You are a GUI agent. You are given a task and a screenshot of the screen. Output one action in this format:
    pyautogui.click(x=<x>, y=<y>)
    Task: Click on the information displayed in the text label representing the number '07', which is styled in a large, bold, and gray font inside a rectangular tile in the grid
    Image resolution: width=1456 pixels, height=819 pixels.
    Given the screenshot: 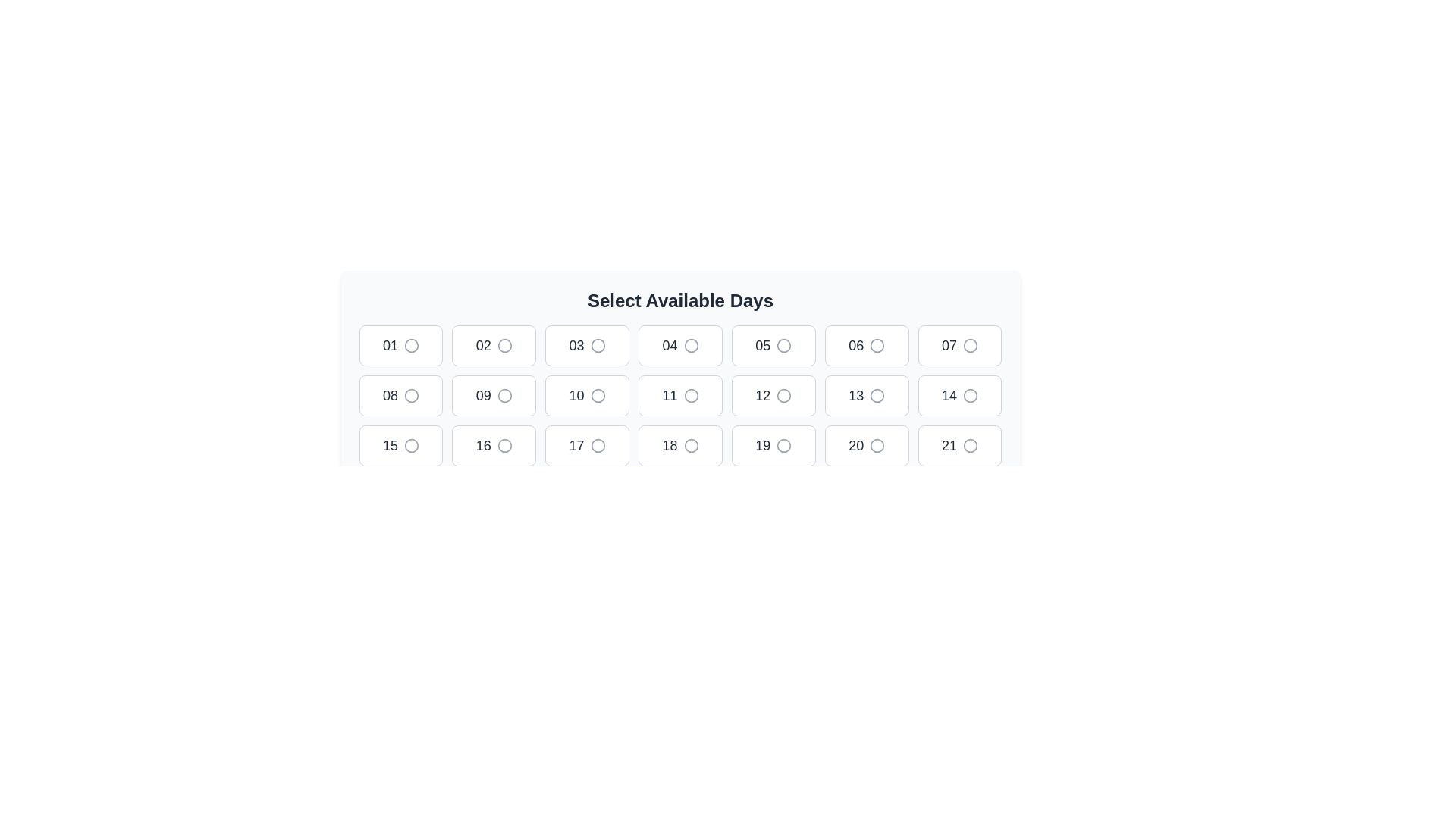 What is the action you would take?
    pyautogui.click(x=949, y=345)
    